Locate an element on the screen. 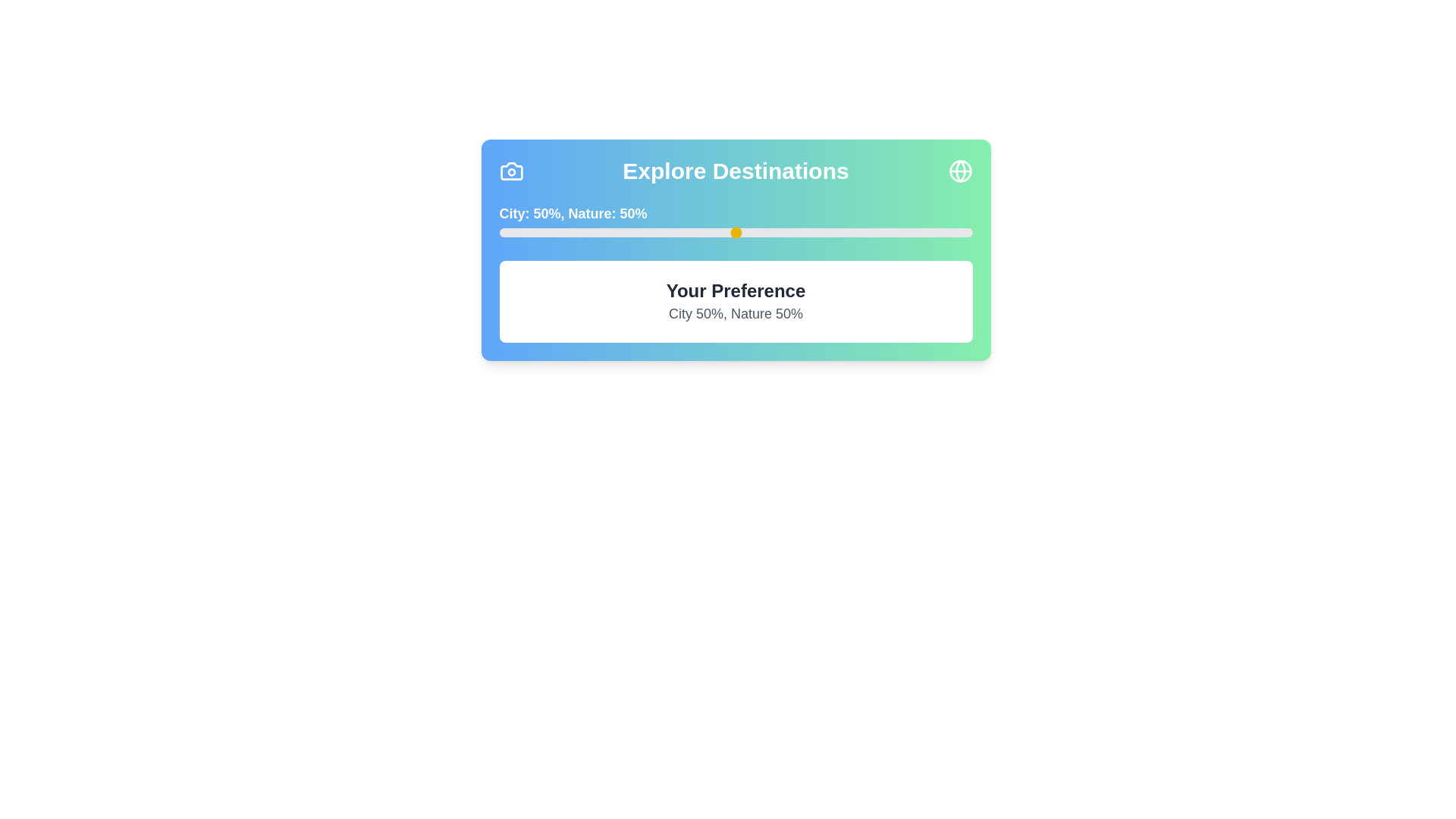 The width and height of the screenshot is (1456, 819). the slider to set the Nature preference to 82% is located at coordinates (887, 233).